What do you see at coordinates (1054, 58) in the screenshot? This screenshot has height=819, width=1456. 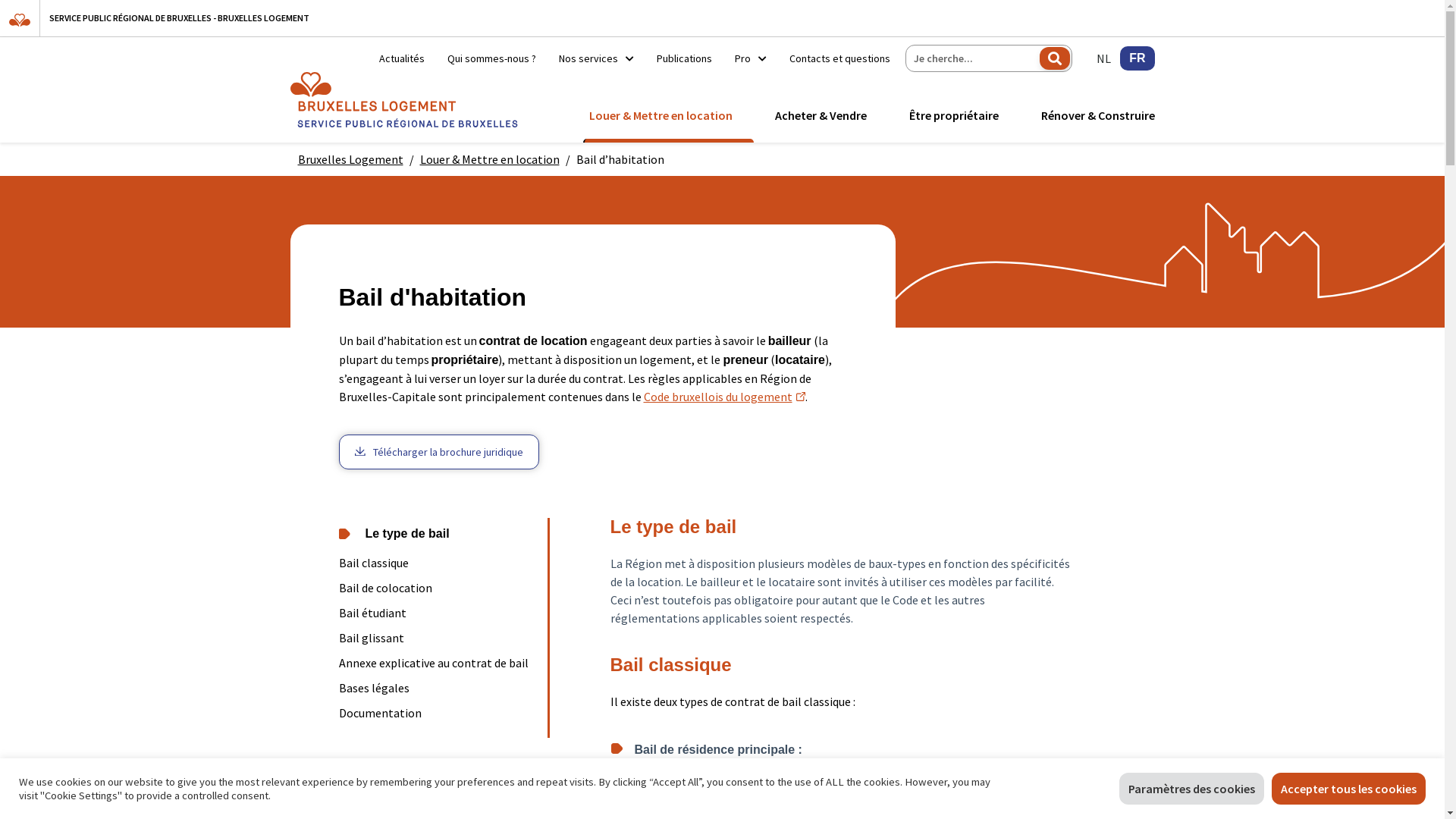 I see `'Rechercher'` at bounding box center [1054, 58].